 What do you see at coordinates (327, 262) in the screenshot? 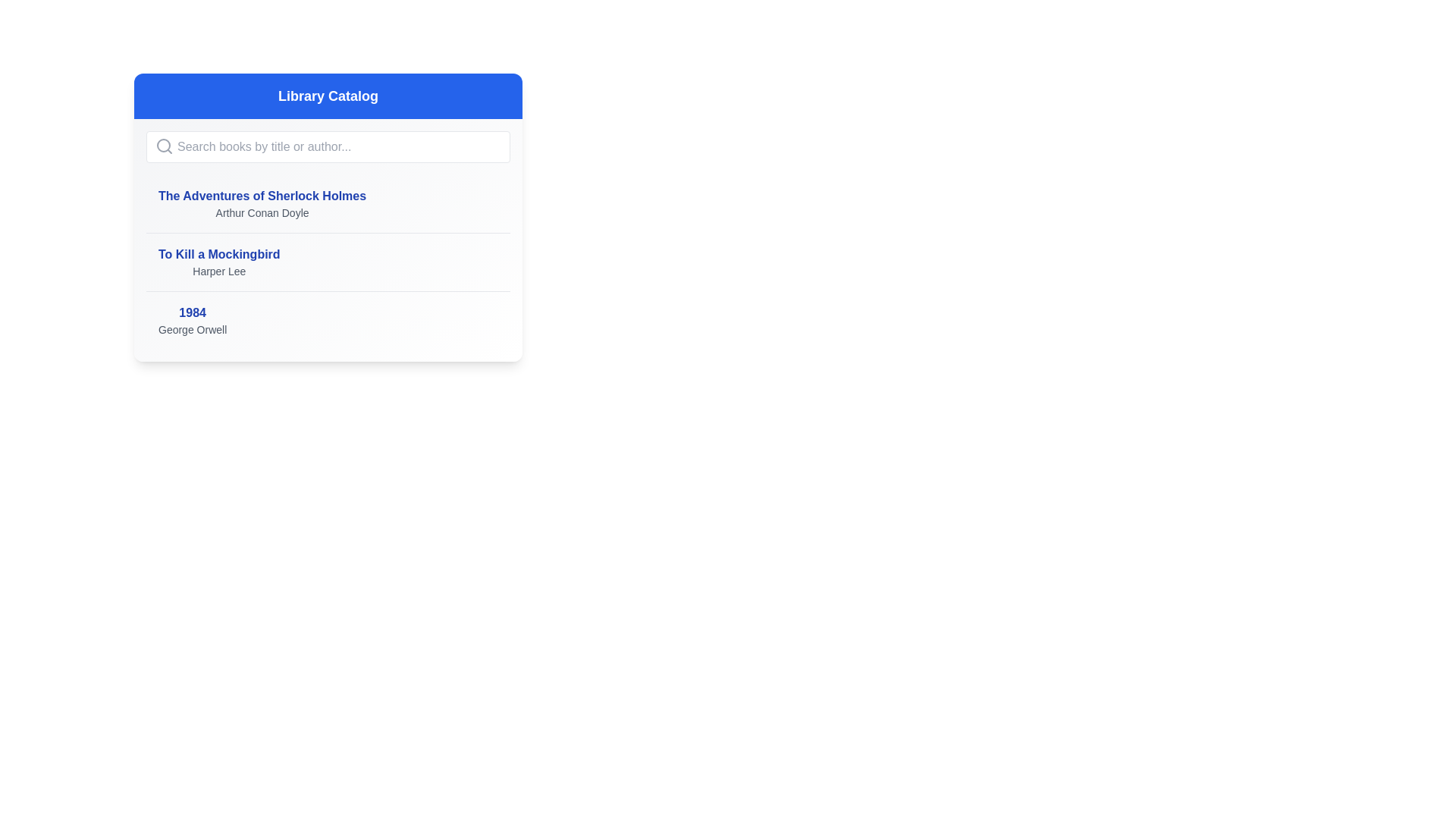
I see `the list item displaying 'To Kill a Mockingbird' by 'Harper Lee'` at bounding box center [327, 262].